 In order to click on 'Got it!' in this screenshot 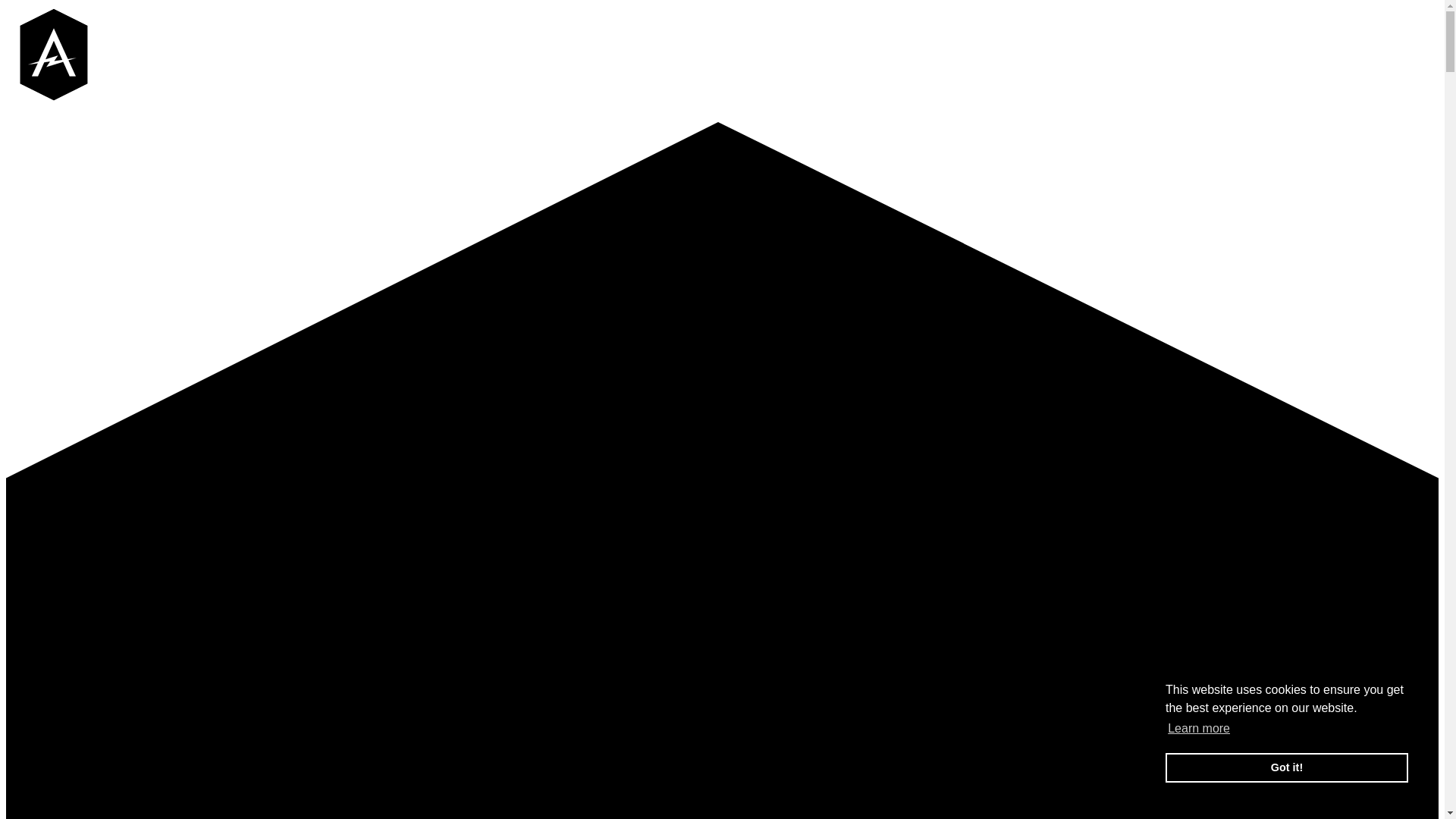, I will do `click(1286, 767)`.